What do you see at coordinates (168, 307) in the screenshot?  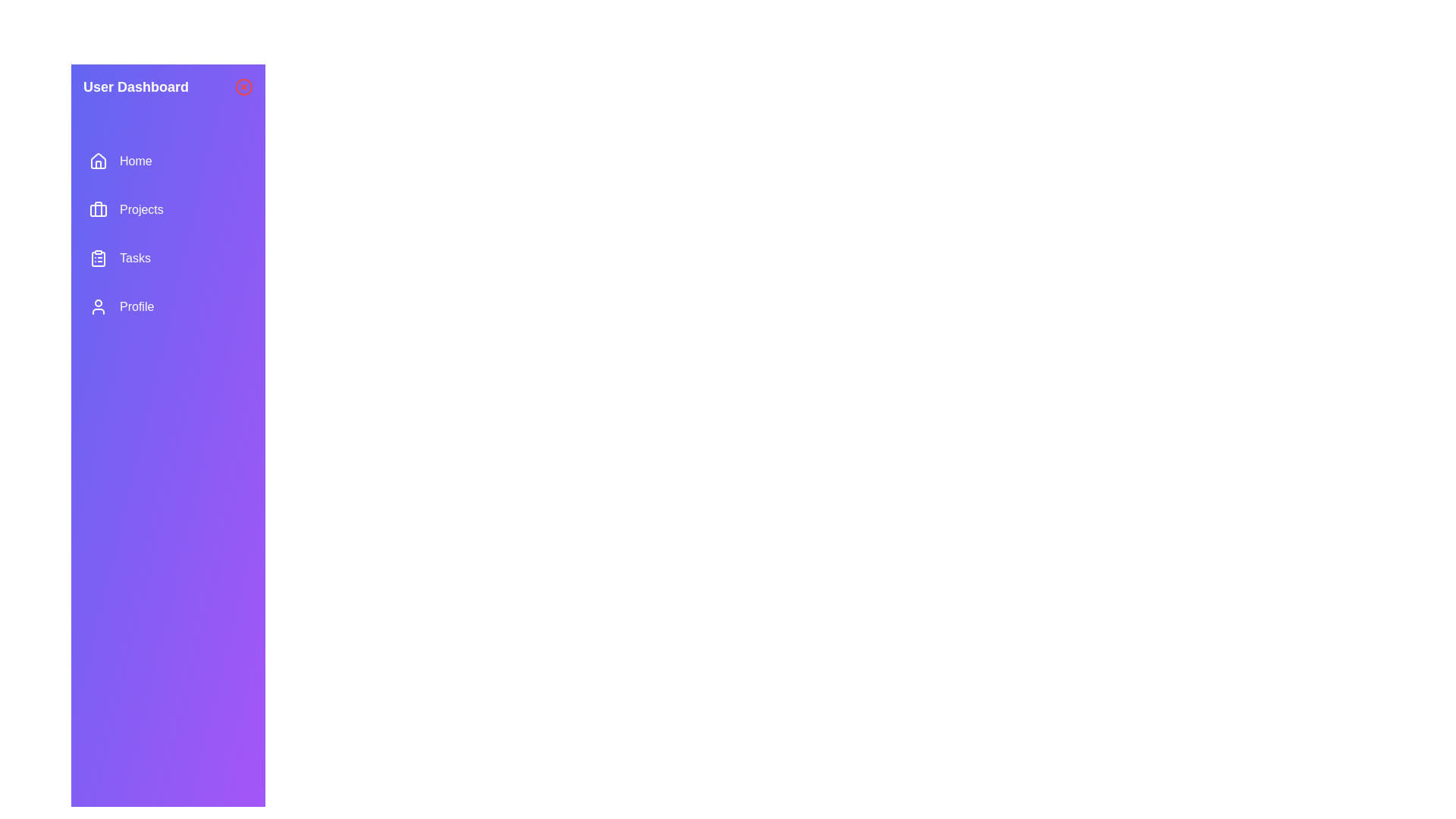 I see `the fourth menu item in the vertical sidebar list` at bounding box center [168, 307].